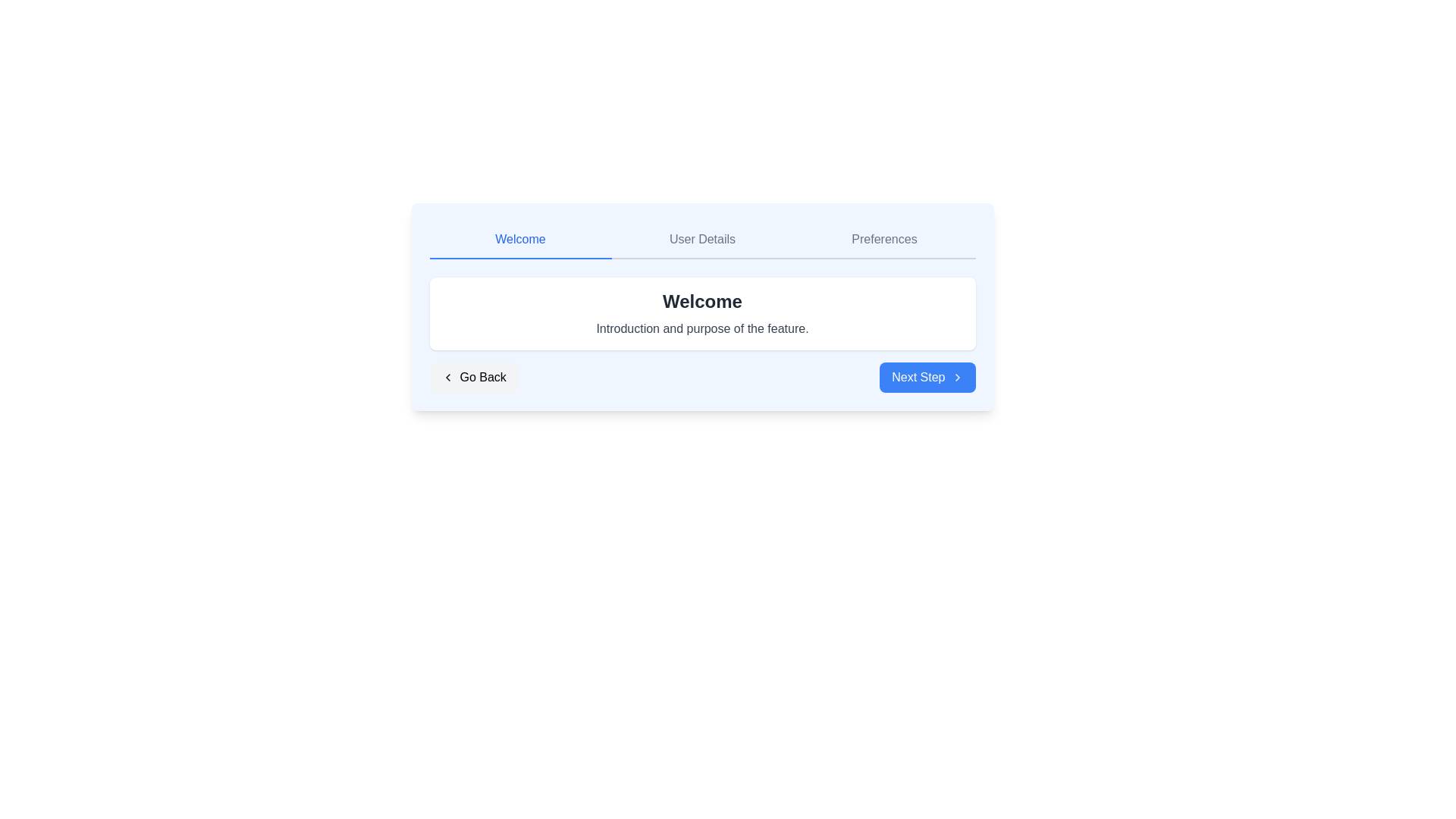 The width and height of the screenshot is (1456, 819). I want to click on the chevron SVG icon located inside the 'Go Back' button at the bottom left of the panel, which indicates navigation to a previous step, so click(447, 376).